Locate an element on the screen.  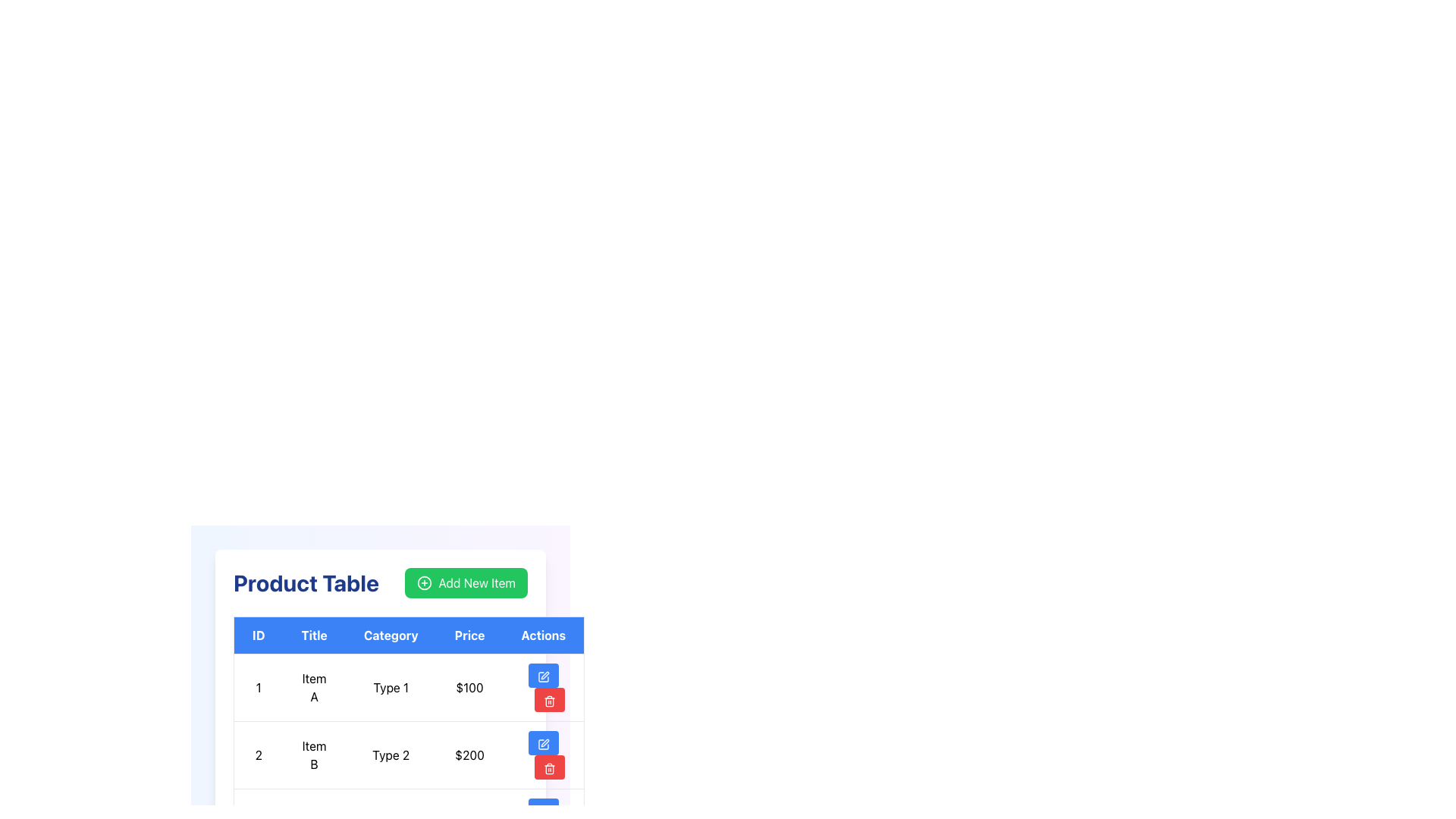
the text block displaying '$100' in the 'Price' column of the first row of the table is located at coordinates (469, 687).